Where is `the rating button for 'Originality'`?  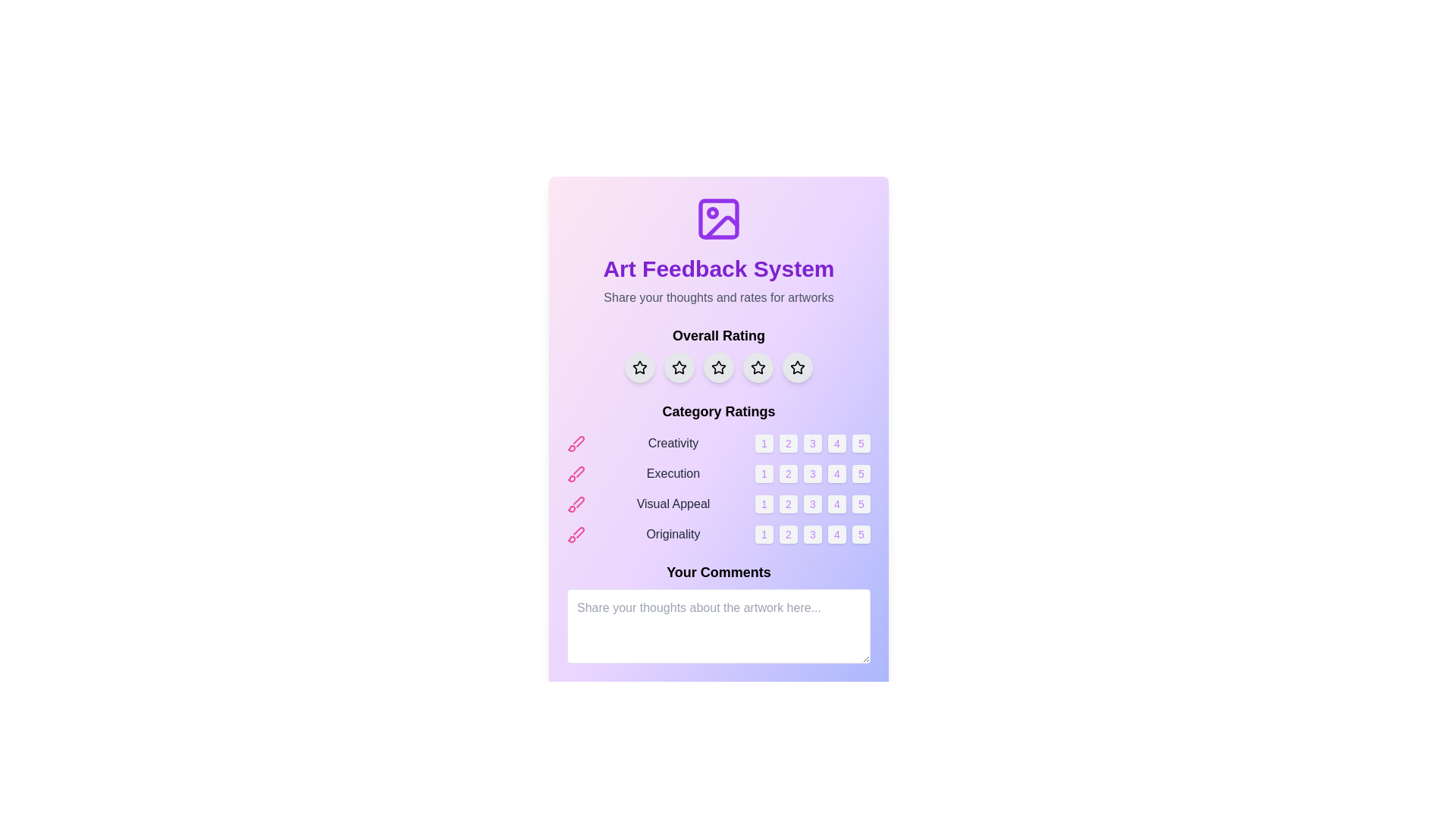
the rating button for 'Originality' is located at coordinates (718, 534).